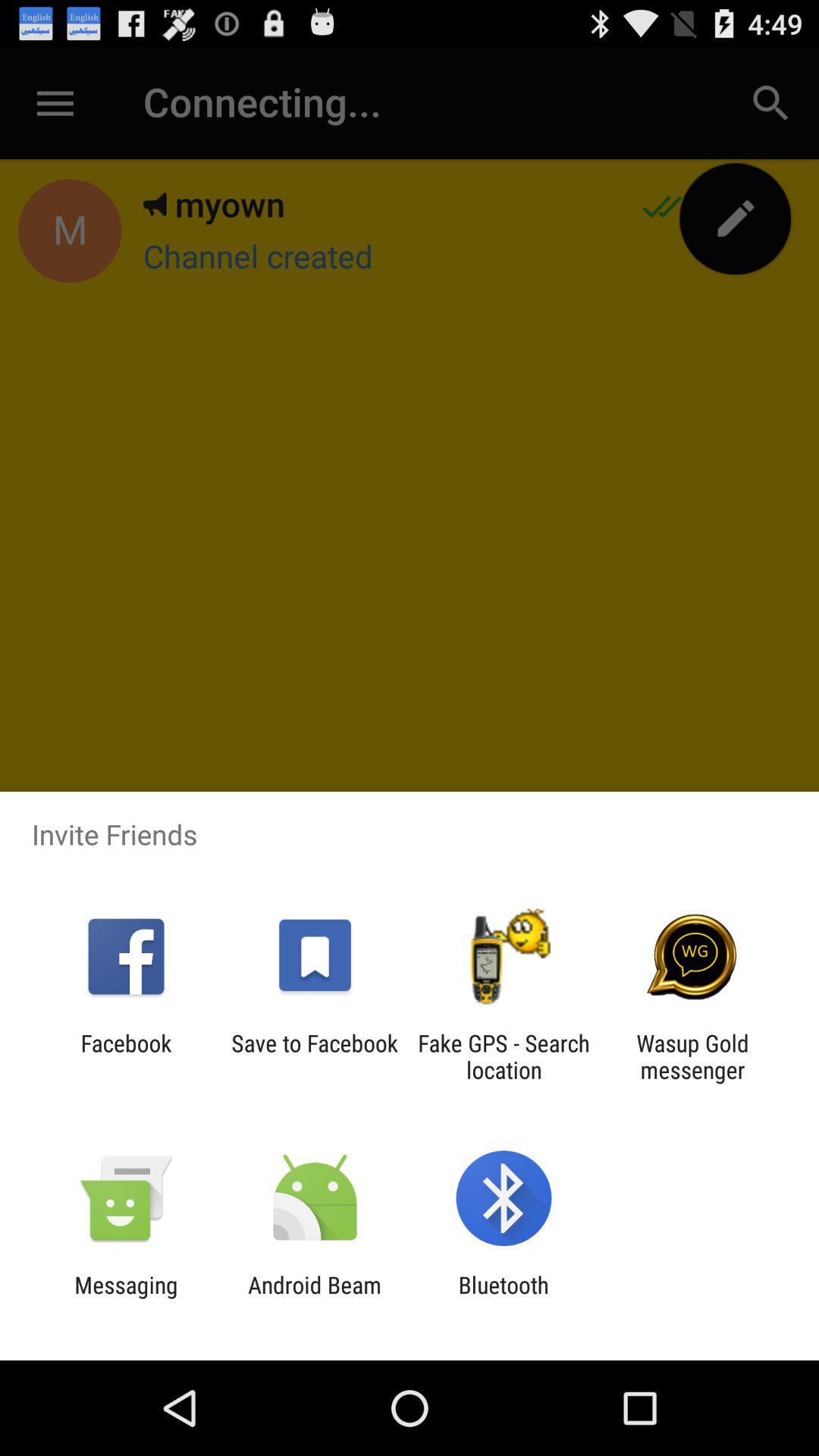  I want to click on app to the right of save to facebook app, so click(504, 1056).